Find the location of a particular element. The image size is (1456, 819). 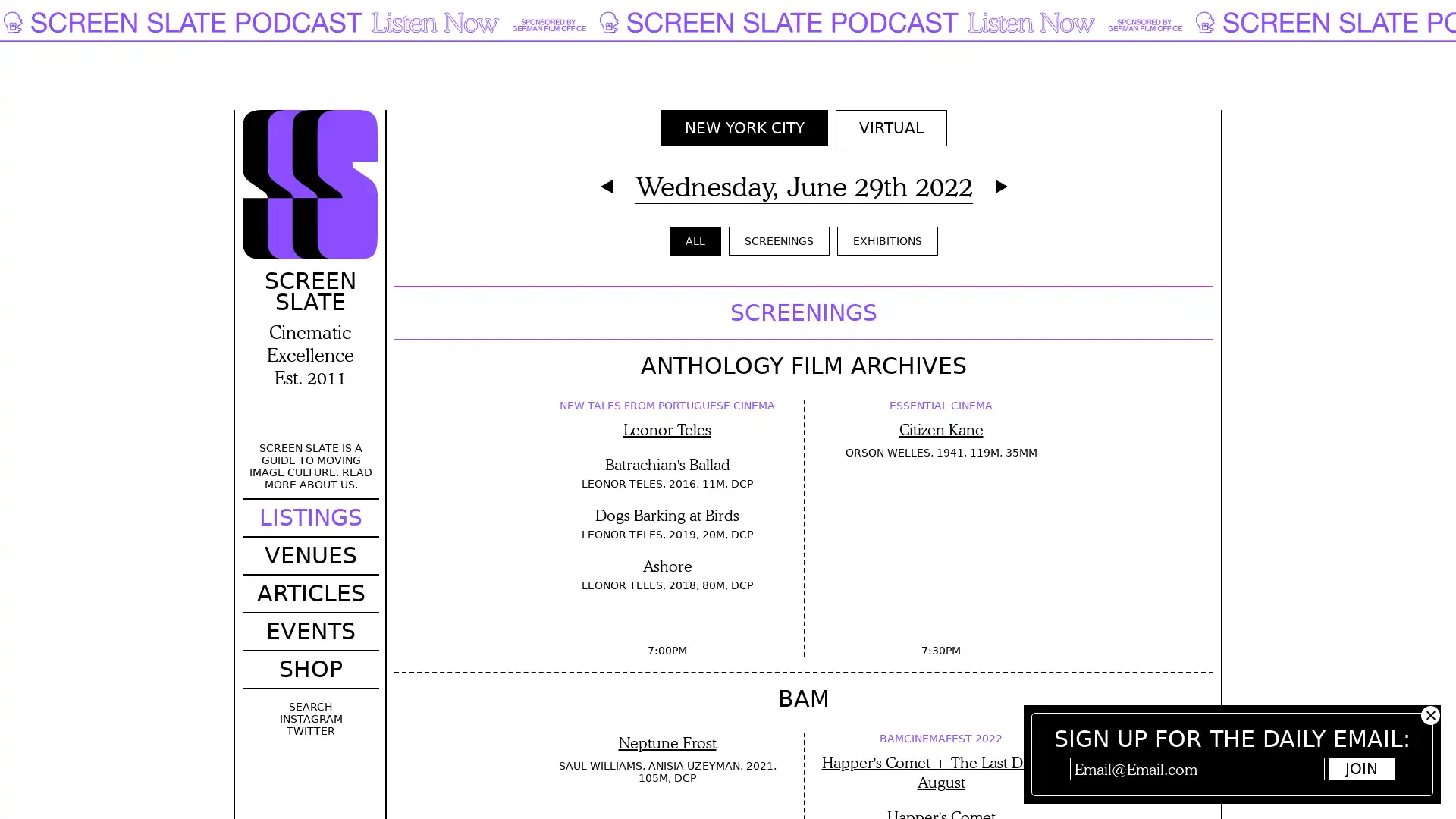

Hide subscribe popup is located at coordinates (1429, 715).